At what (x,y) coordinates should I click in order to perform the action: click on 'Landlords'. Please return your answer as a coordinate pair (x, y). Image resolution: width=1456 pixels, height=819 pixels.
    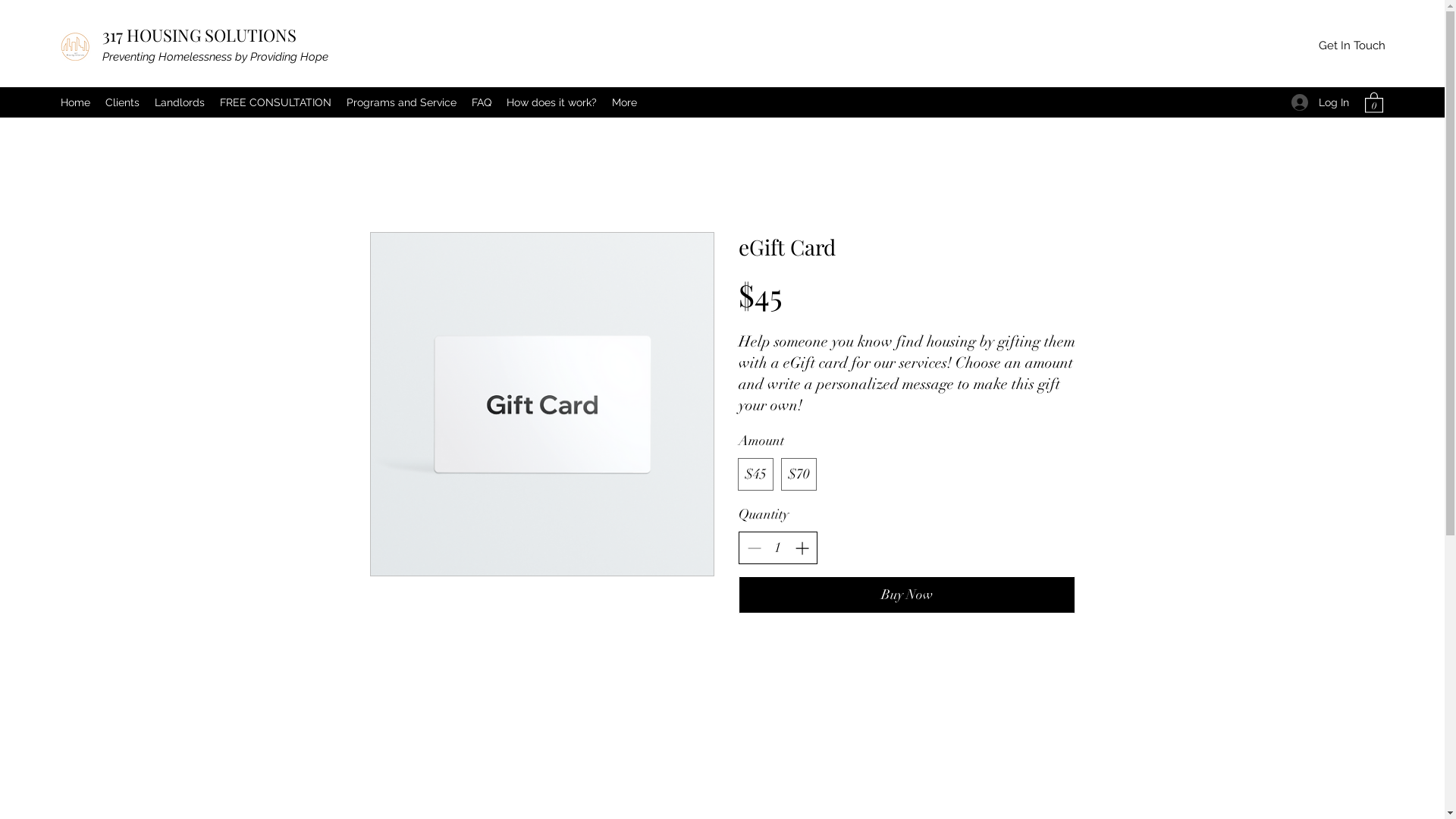
    Looking at the image, I should click on (179, 102).